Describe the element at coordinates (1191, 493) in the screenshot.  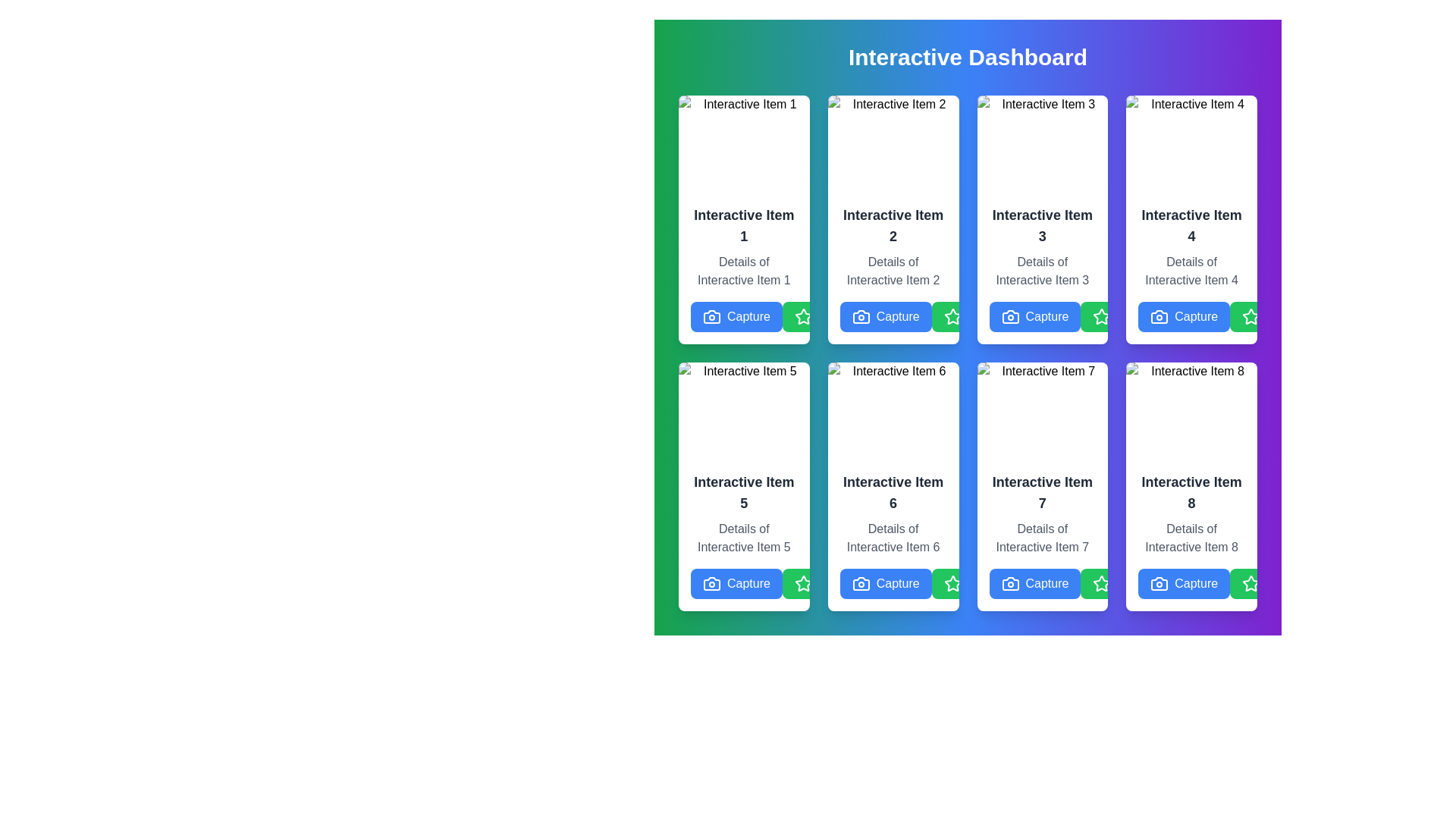
I see `the primary heading text label positioned at the center-top of the card in the last column and second row of the grid layout` at that location.